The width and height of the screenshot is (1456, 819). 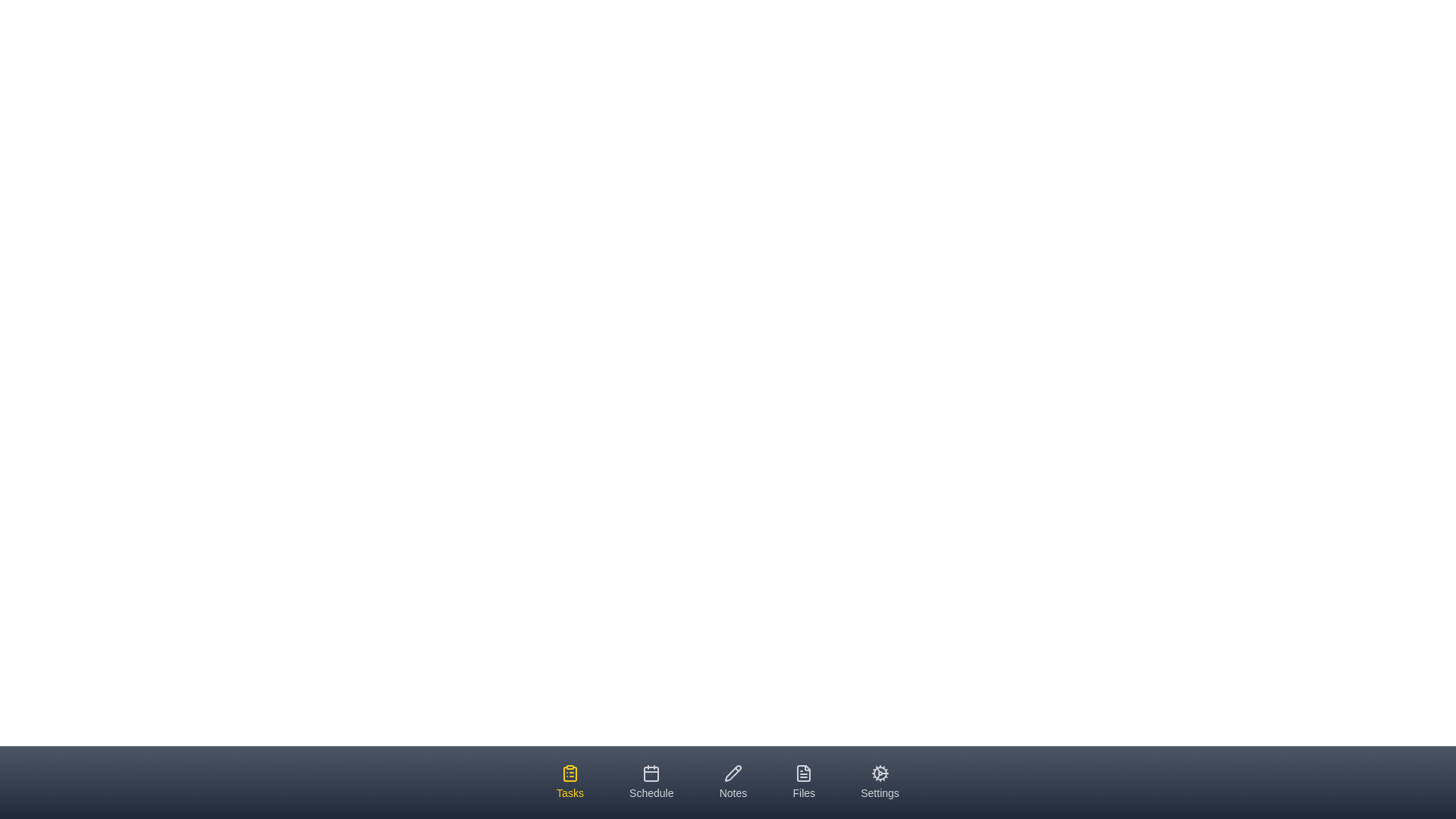 I want to click on the tab labeled Schedule by clicking on it, so click(x=651, y=783).